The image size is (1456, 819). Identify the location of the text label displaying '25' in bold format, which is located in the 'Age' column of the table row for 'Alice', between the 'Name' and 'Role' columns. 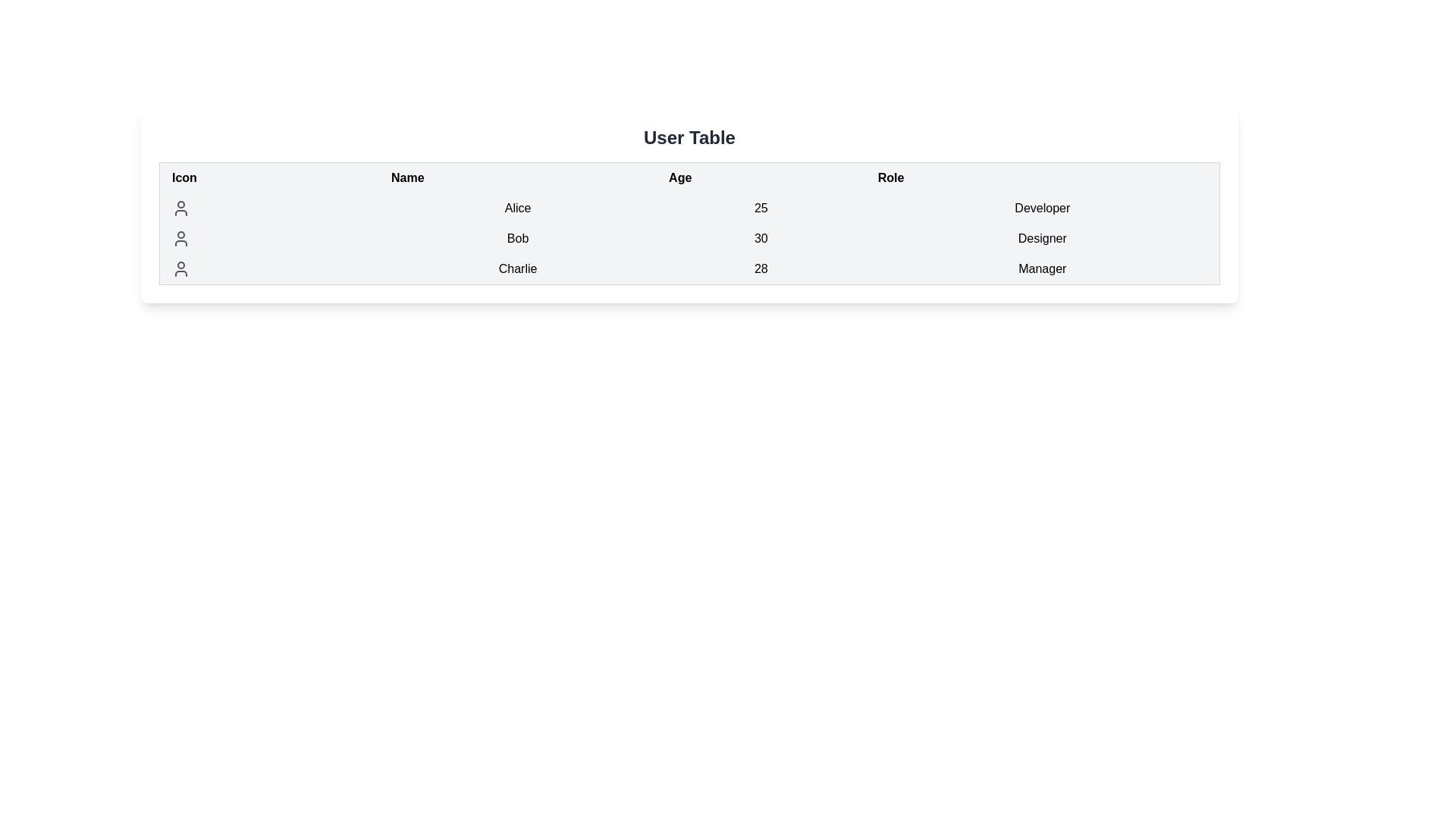
(761, 208).